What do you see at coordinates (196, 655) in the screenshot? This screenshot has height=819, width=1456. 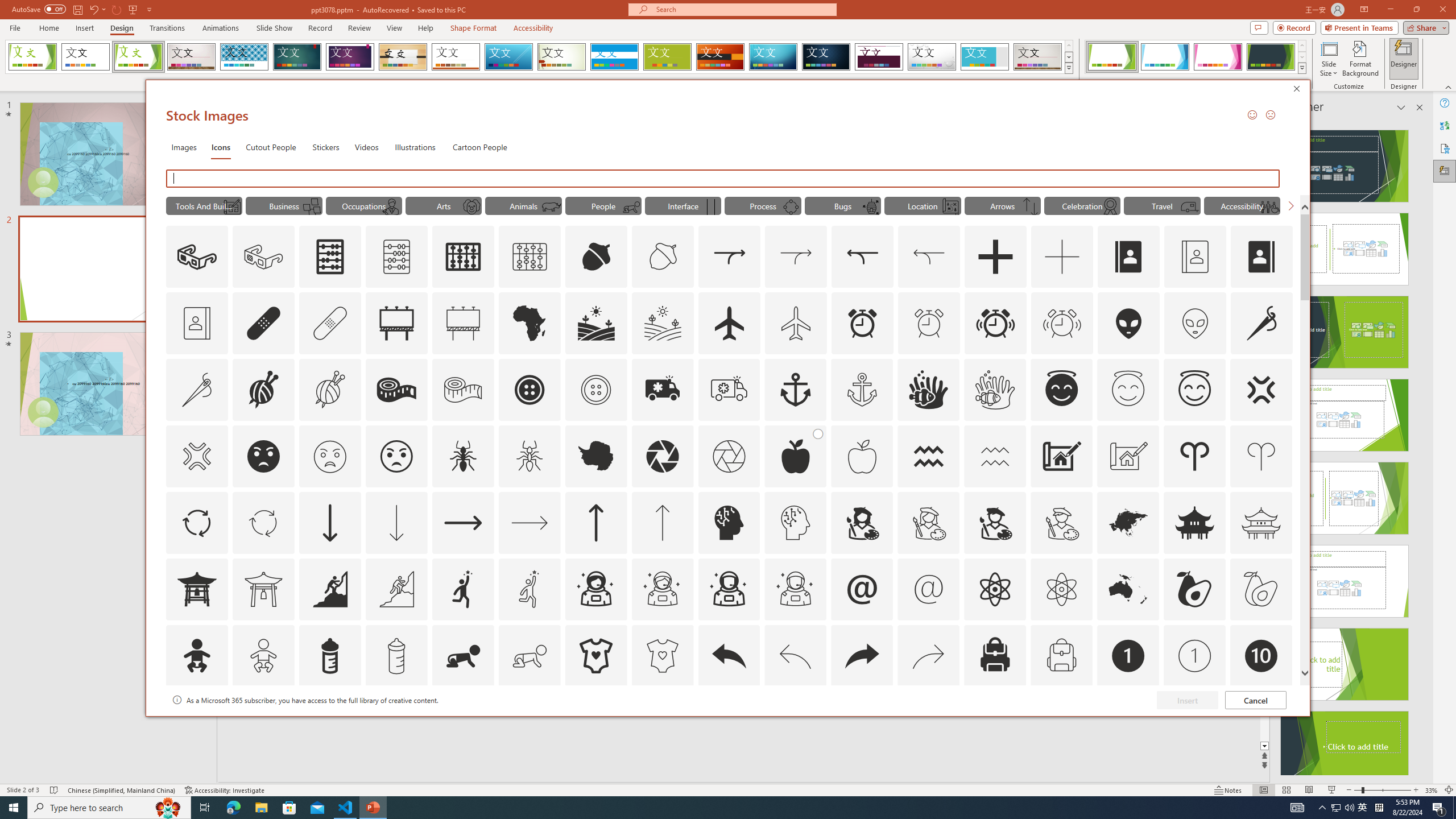 I see `'AutomationID: Icons_Baby'` at bounding box center [196, 655].